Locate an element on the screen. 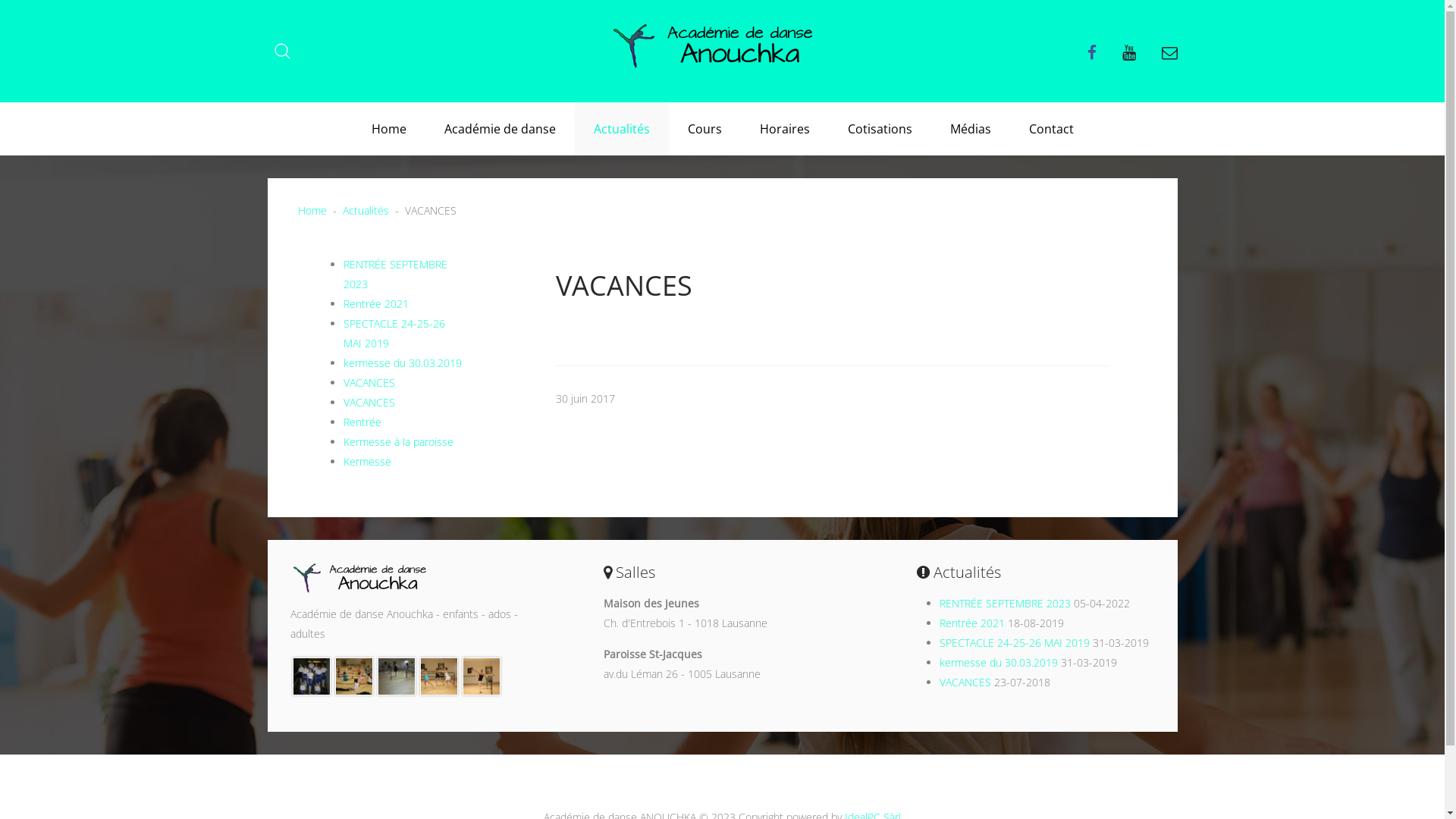 This screenshot has height=819, width=1456. 'Cotisations' is located at coordinates (879, 127).